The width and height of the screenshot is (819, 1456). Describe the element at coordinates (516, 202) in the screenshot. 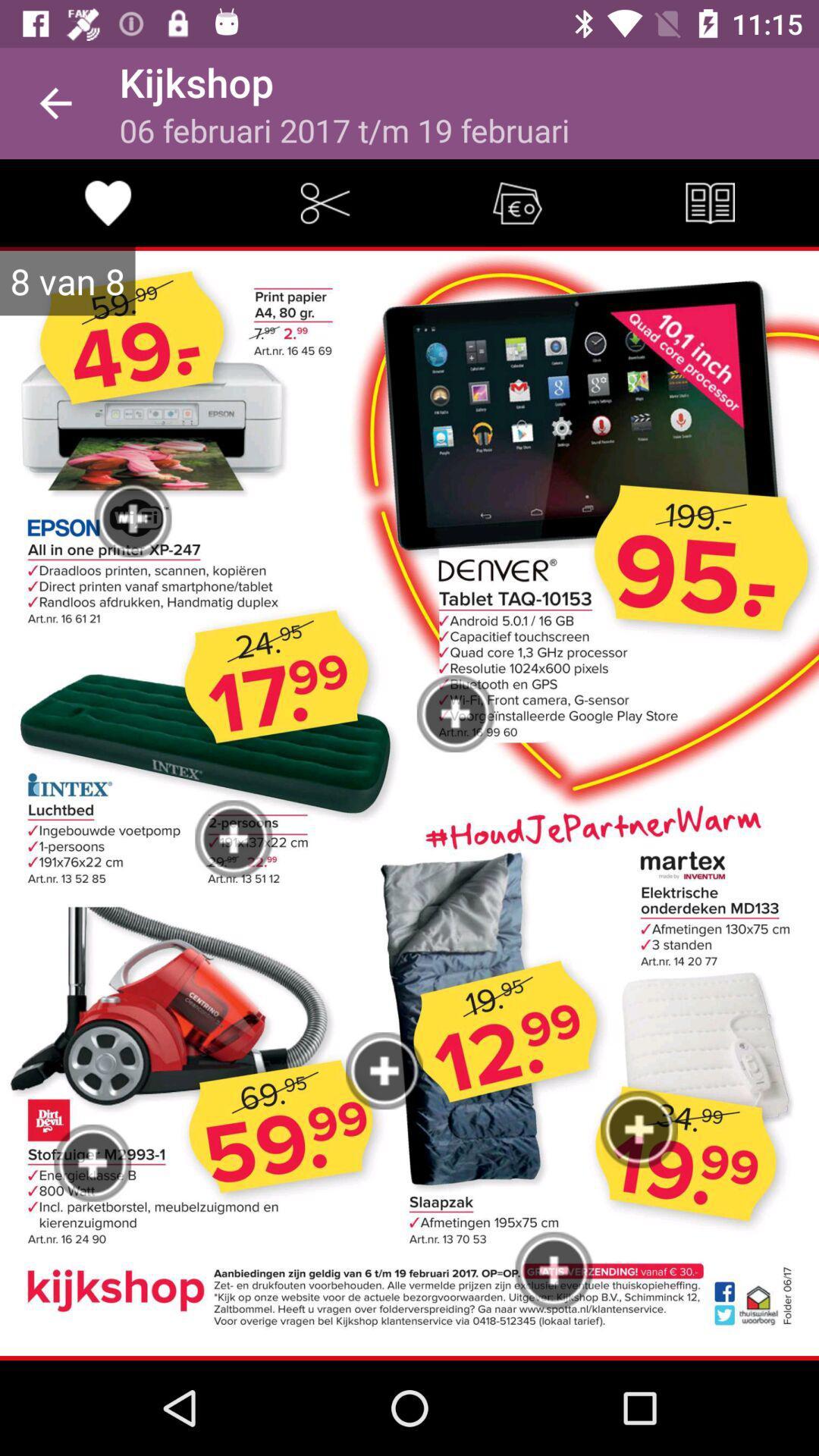

I see `the label icon` at that location.